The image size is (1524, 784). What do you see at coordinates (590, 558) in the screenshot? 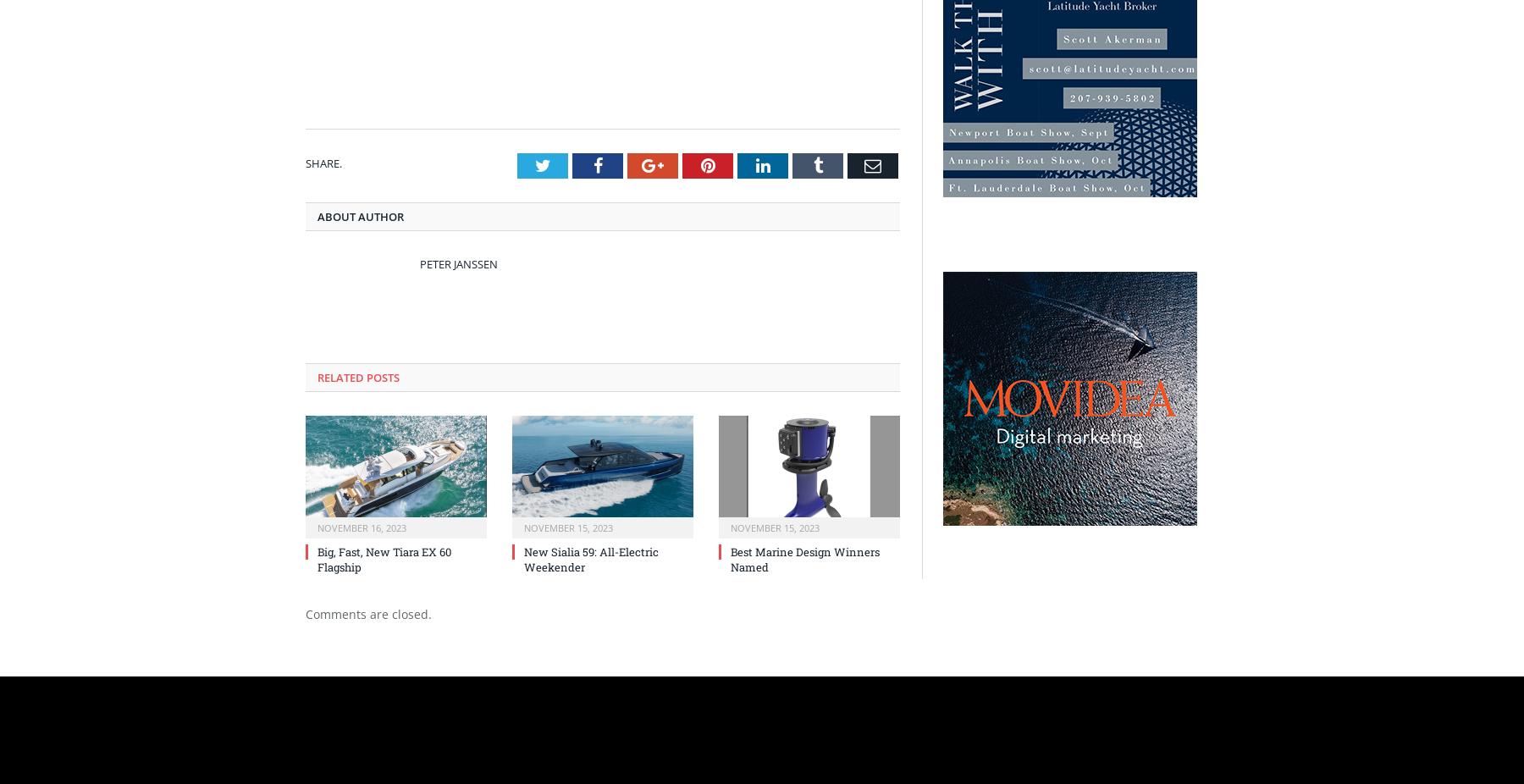
I see `'New Sialia 59: All-Electric Weekender'` at bounding box center [590, 558].